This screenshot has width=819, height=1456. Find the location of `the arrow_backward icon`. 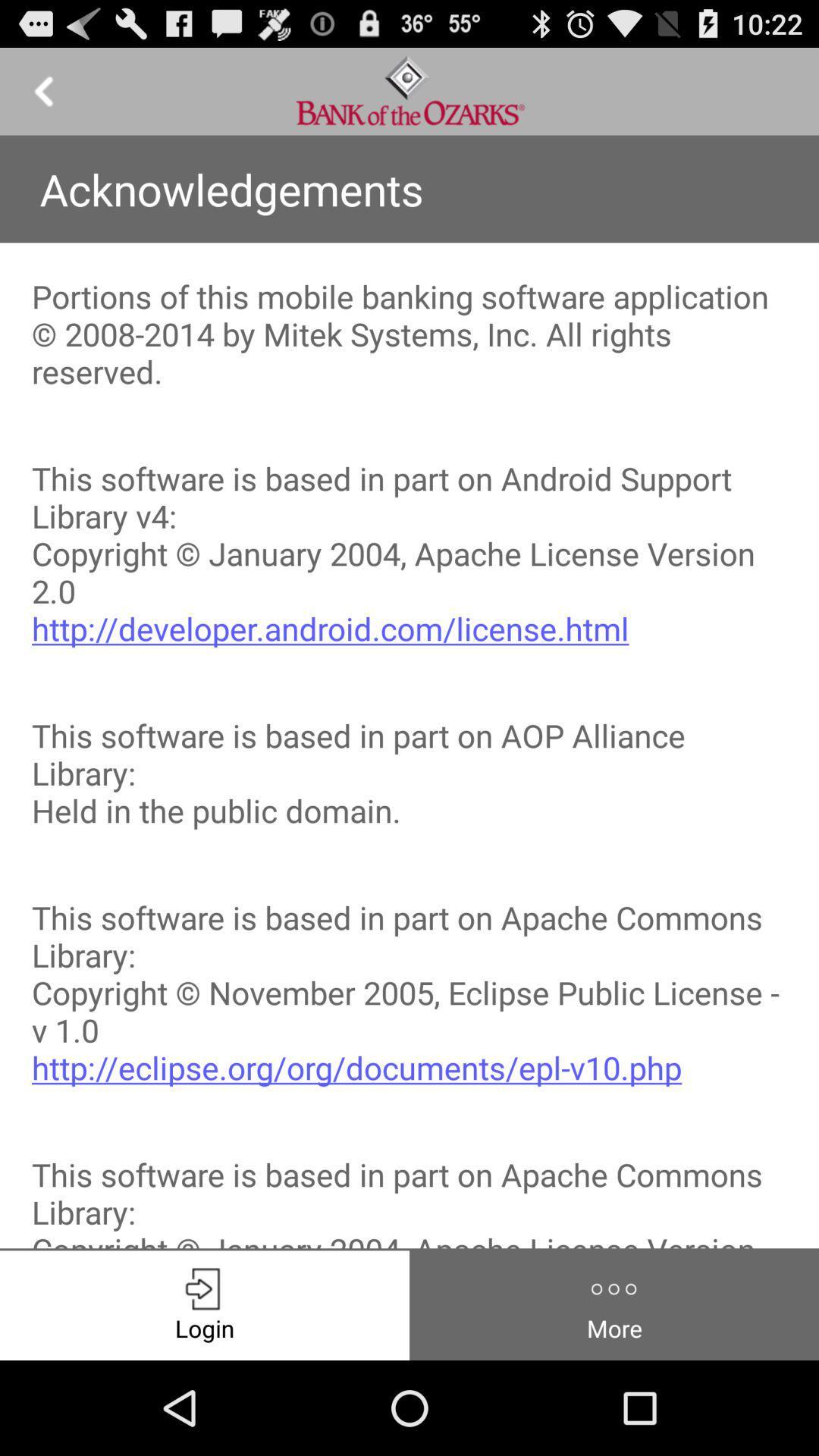

the arrow_backward icon is located at coordinates (42, 97).